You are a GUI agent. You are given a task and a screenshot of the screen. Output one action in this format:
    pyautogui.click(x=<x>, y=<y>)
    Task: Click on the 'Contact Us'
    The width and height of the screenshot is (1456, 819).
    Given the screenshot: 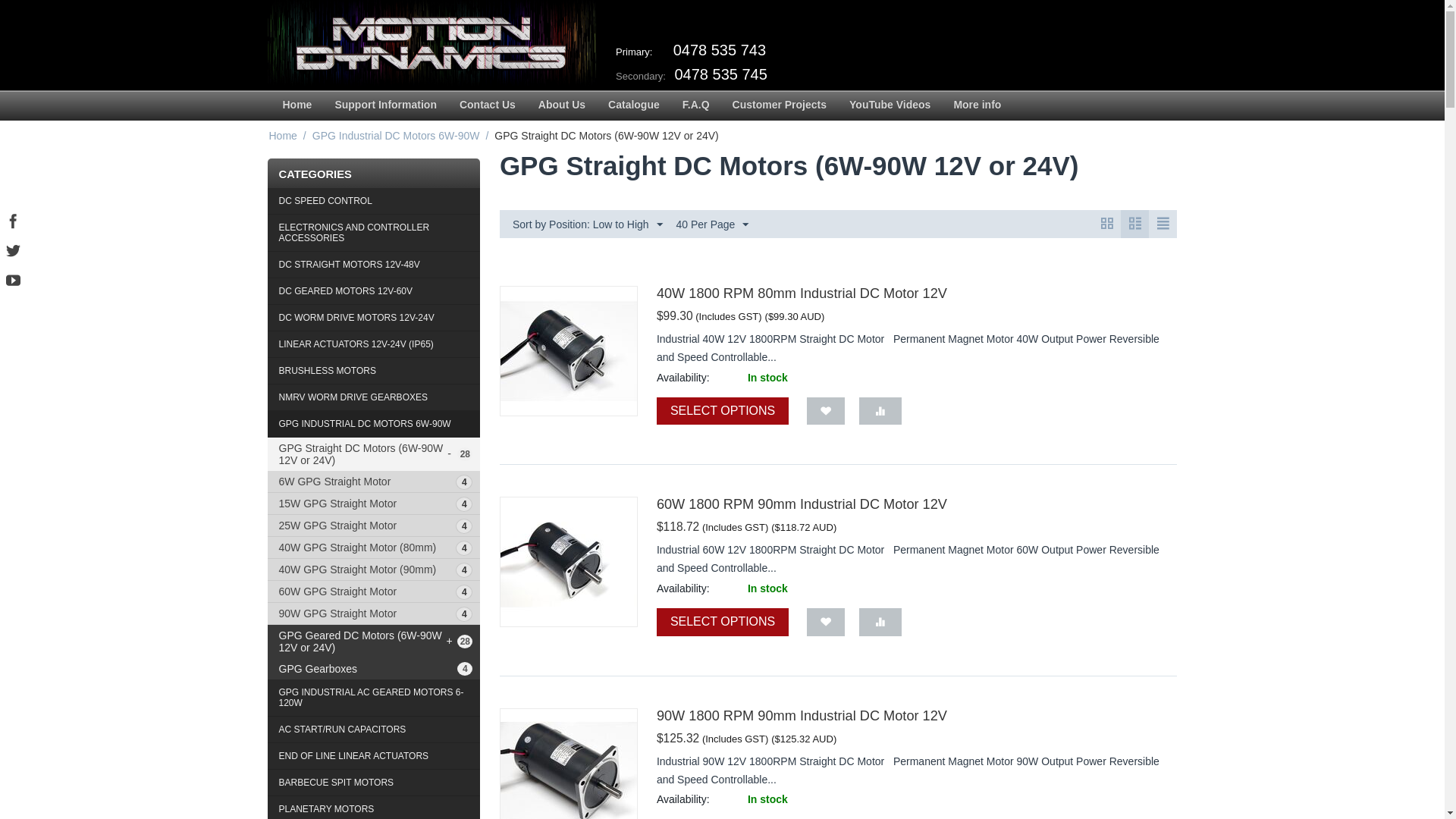 What is the action you would take?
    pyautogui.click(x=488, y=105)
    